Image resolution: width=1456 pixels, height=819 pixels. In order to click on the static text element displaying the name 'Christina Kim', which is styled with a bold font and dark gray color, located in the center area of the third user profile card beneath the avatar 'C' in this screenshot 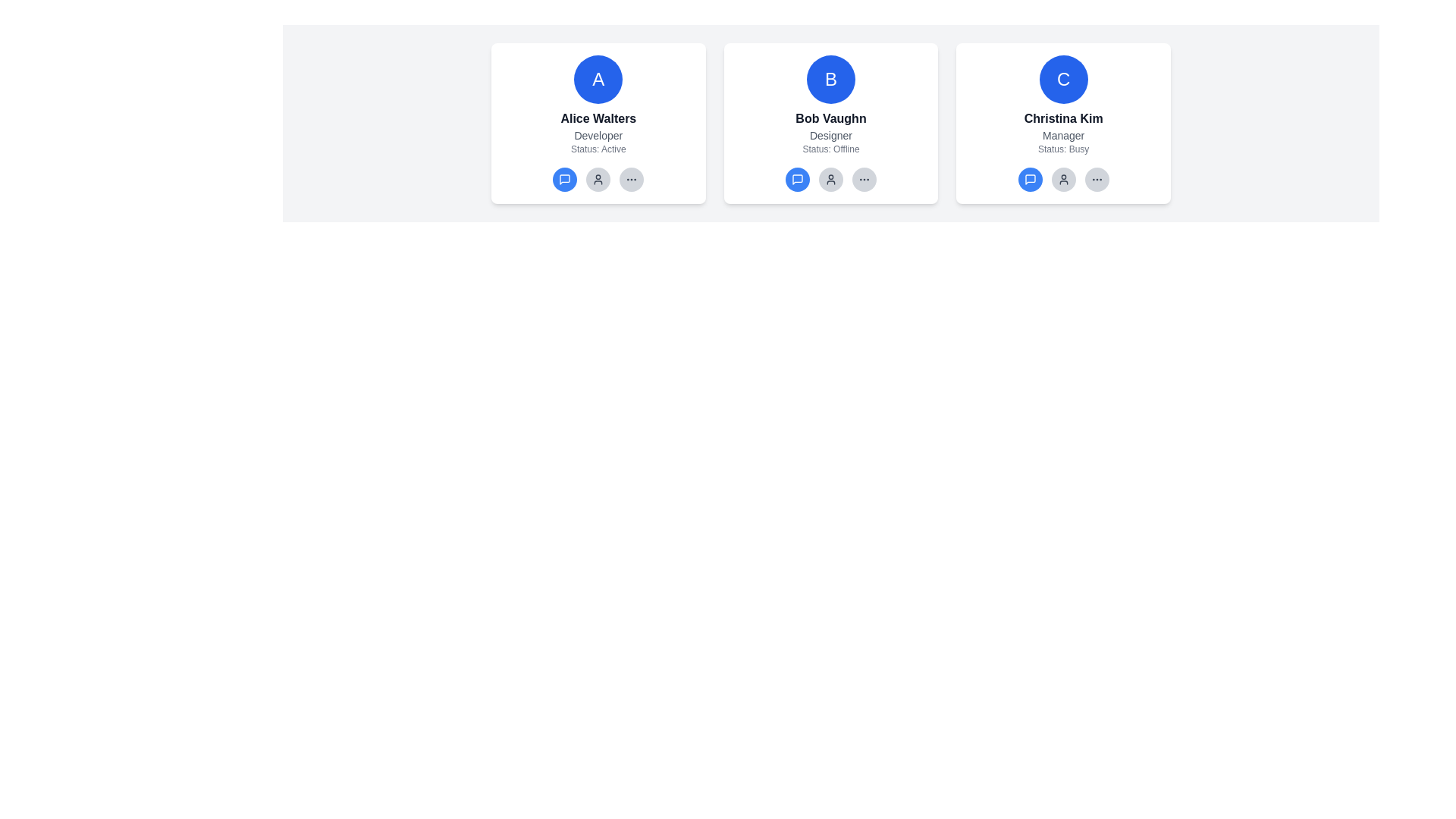, I will do `click(1062, 118)`.